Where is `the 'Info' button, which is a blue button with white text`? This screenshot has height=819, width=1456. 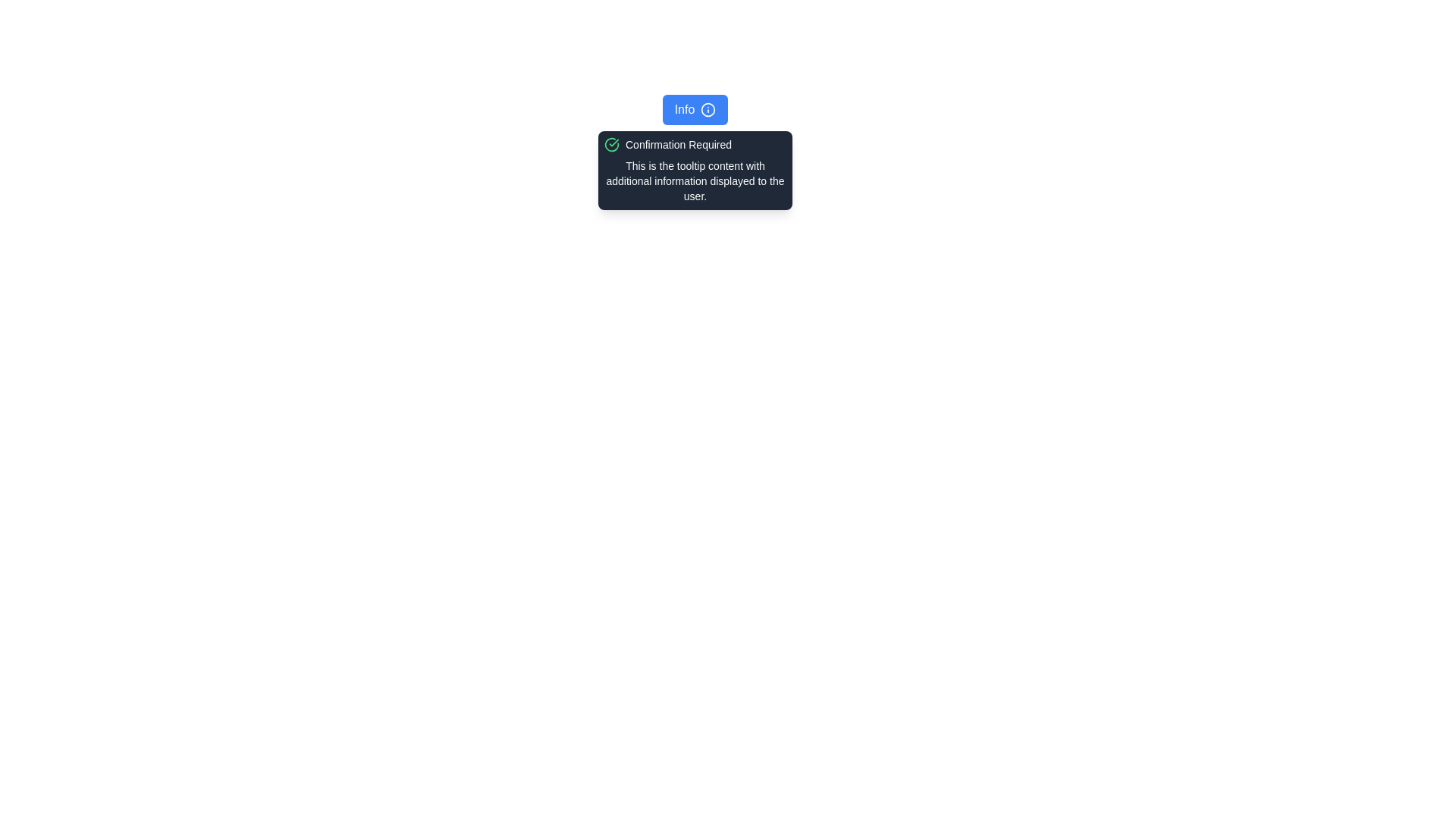
the 'Info' button, which is a blue button with white text is located at coordinates (694, 109).